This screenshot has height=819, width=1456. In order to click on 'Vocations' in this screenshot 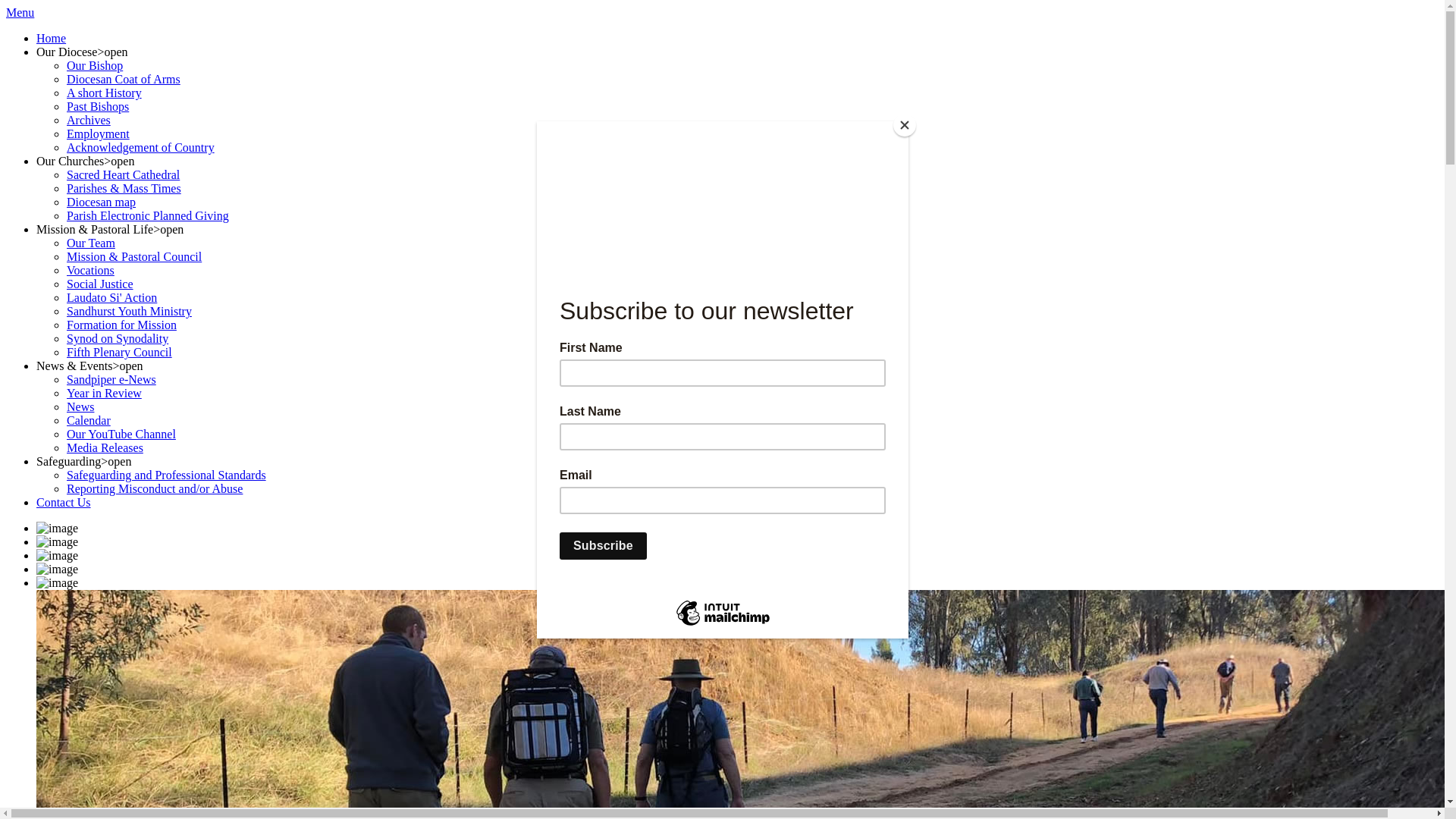, I will do `click(89, 269)`.